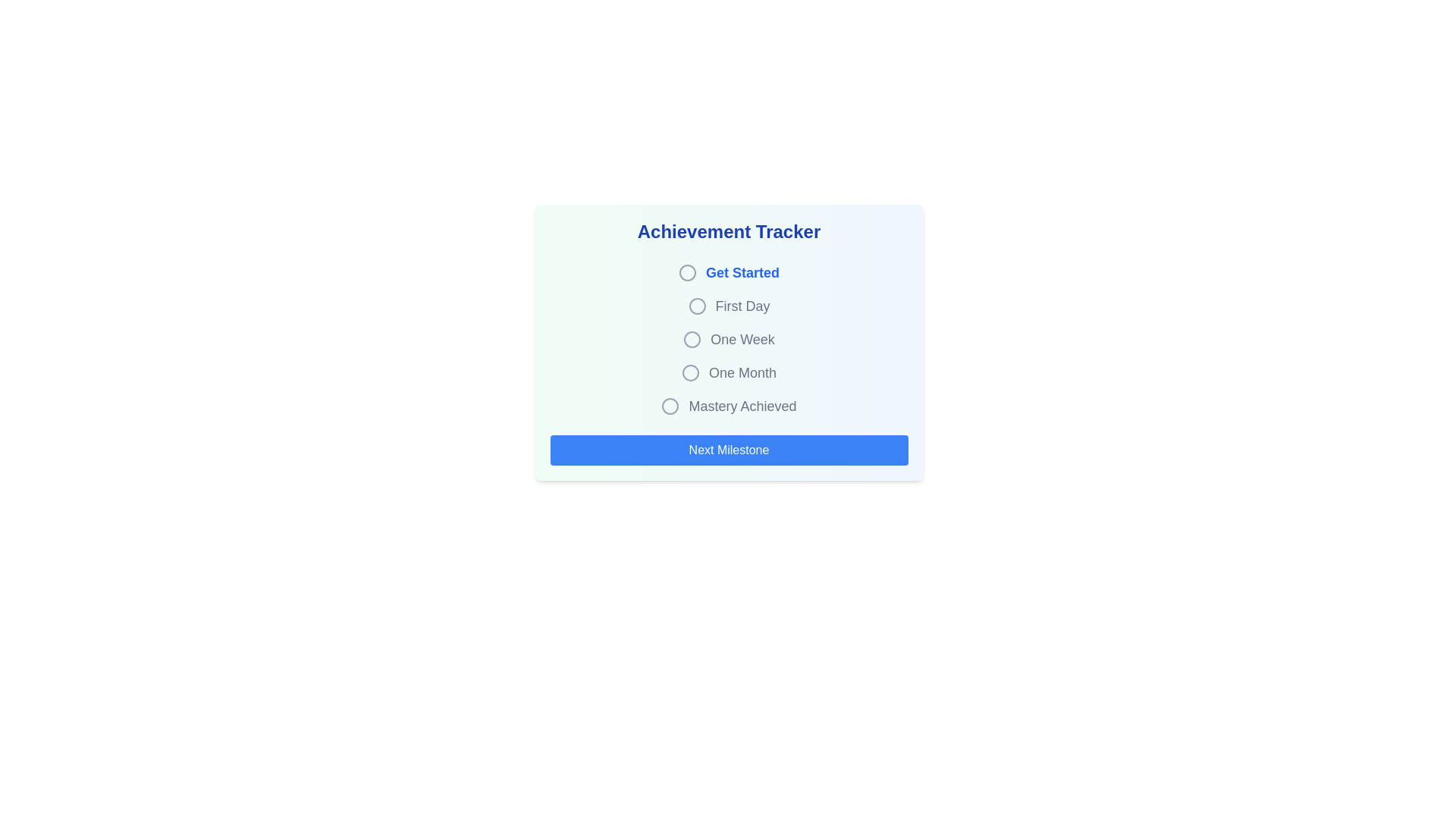 Image resolution: width=1456 pixels, height=819 pixels. I want to click on the 'One Month' radio button, so click(729, 373).